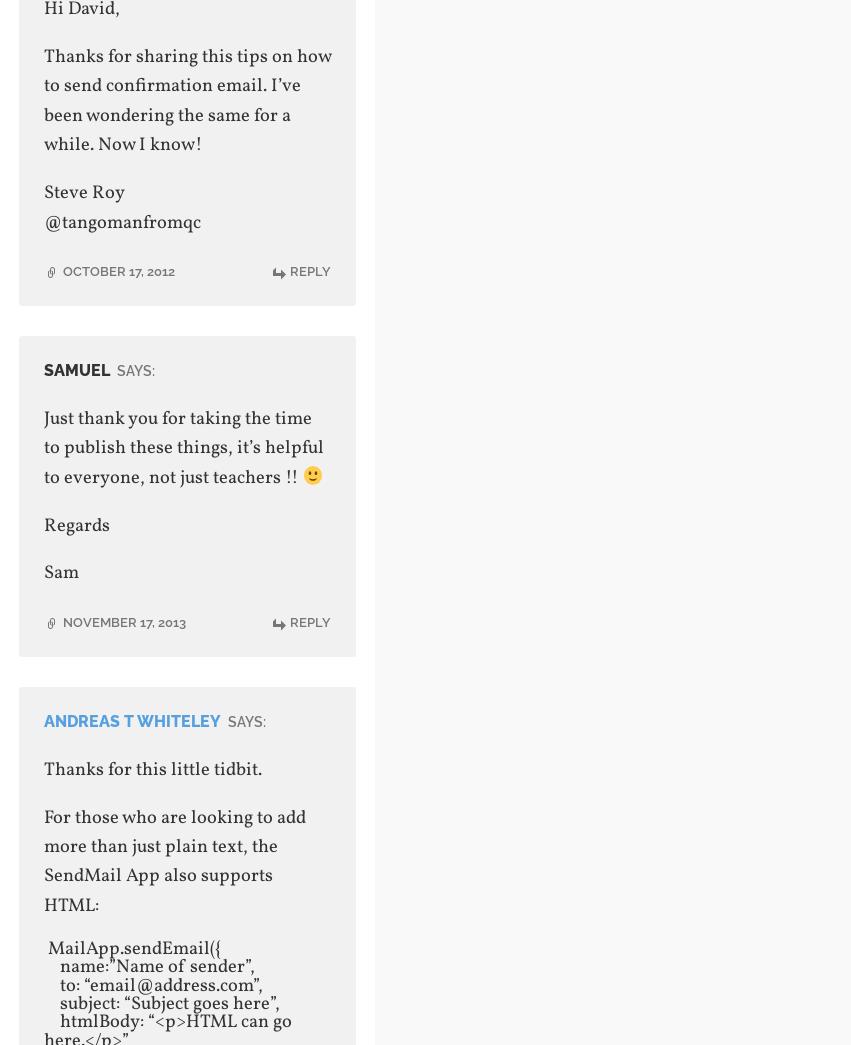 This screenshot has height=1045, width=851. I want to click on 'Steve Roy', so click(82, 193).